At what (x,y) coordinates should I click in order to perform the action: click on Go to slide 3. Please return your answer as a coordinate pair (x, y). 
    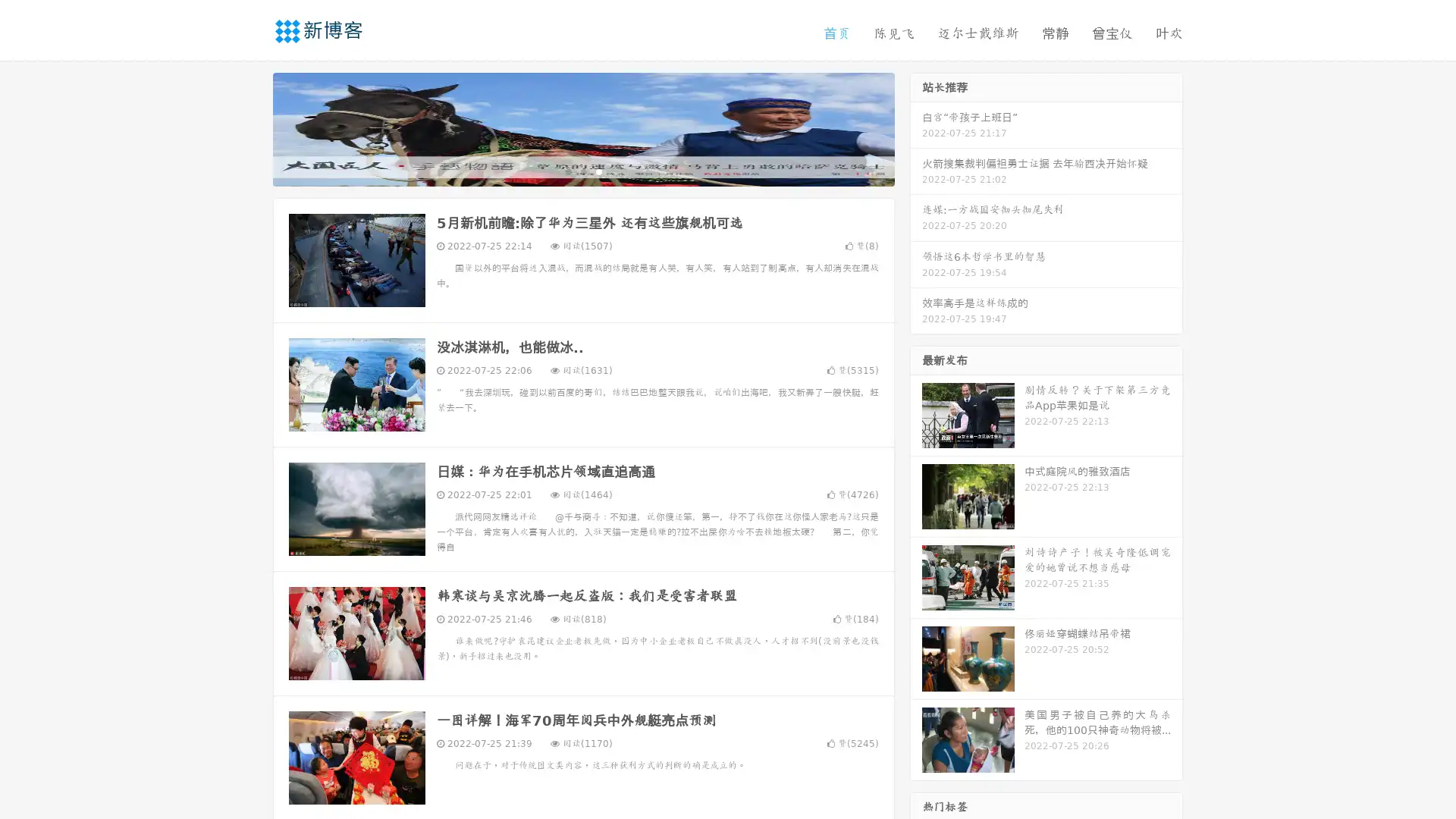
    Looking at the image, I should click on (598, 171).